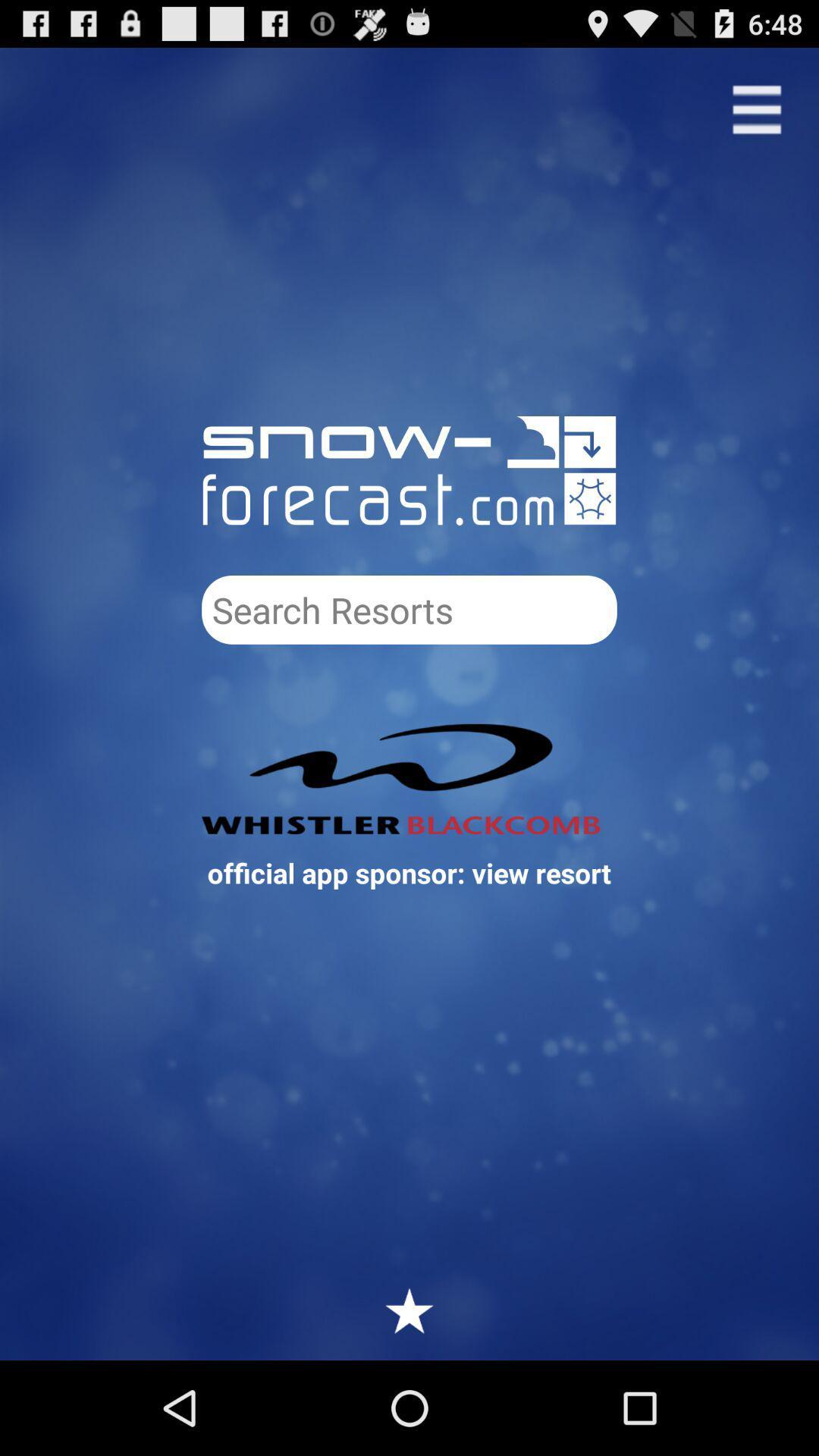 This screenshot has height=1456, width=819. I want to click on the menu icon, so click(757, 116).